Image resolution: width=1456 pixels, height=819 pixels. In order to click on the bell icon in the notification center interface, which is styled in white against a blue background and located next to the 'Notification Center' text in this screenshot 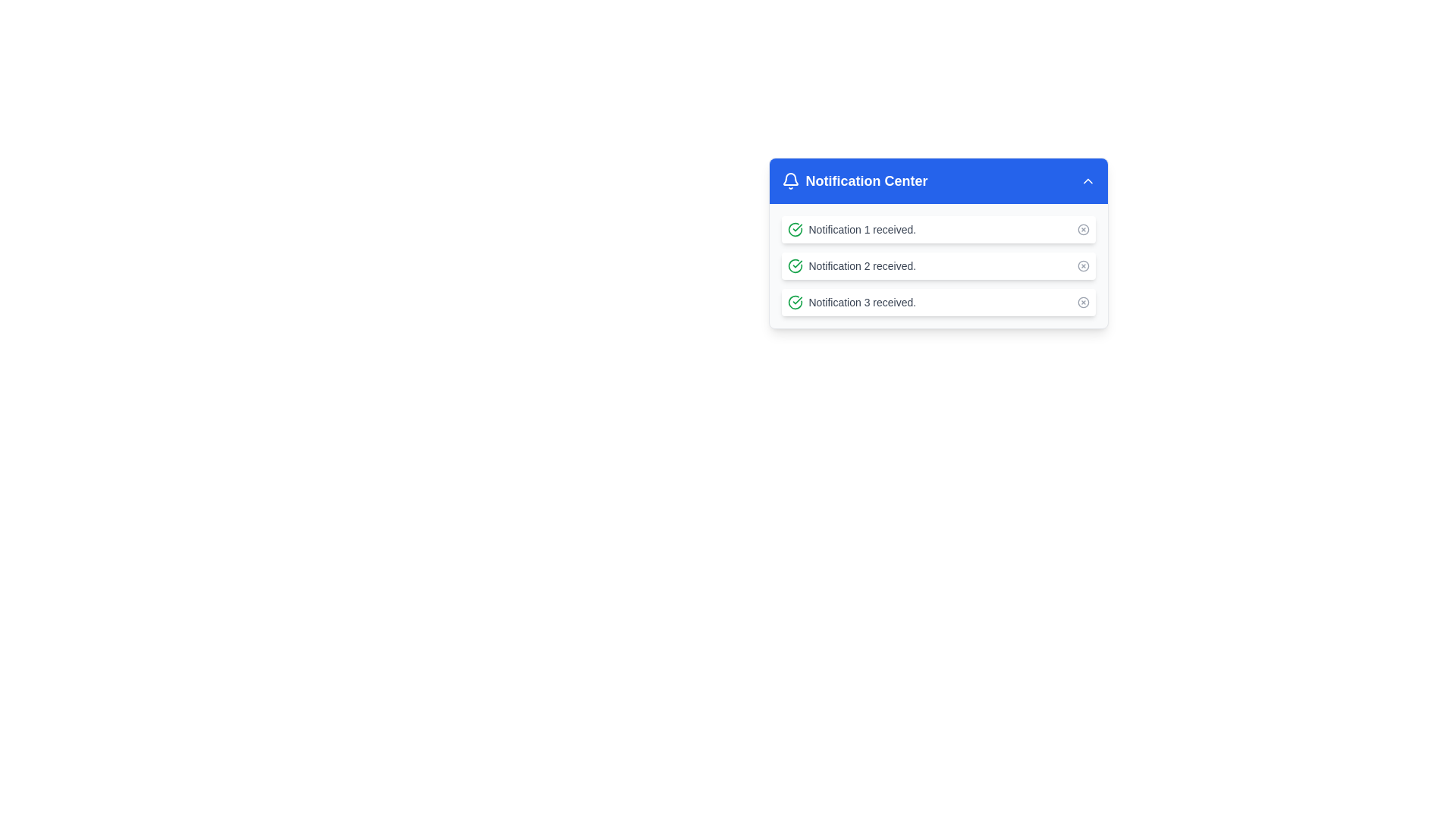, I will do `click(789, 178)`.